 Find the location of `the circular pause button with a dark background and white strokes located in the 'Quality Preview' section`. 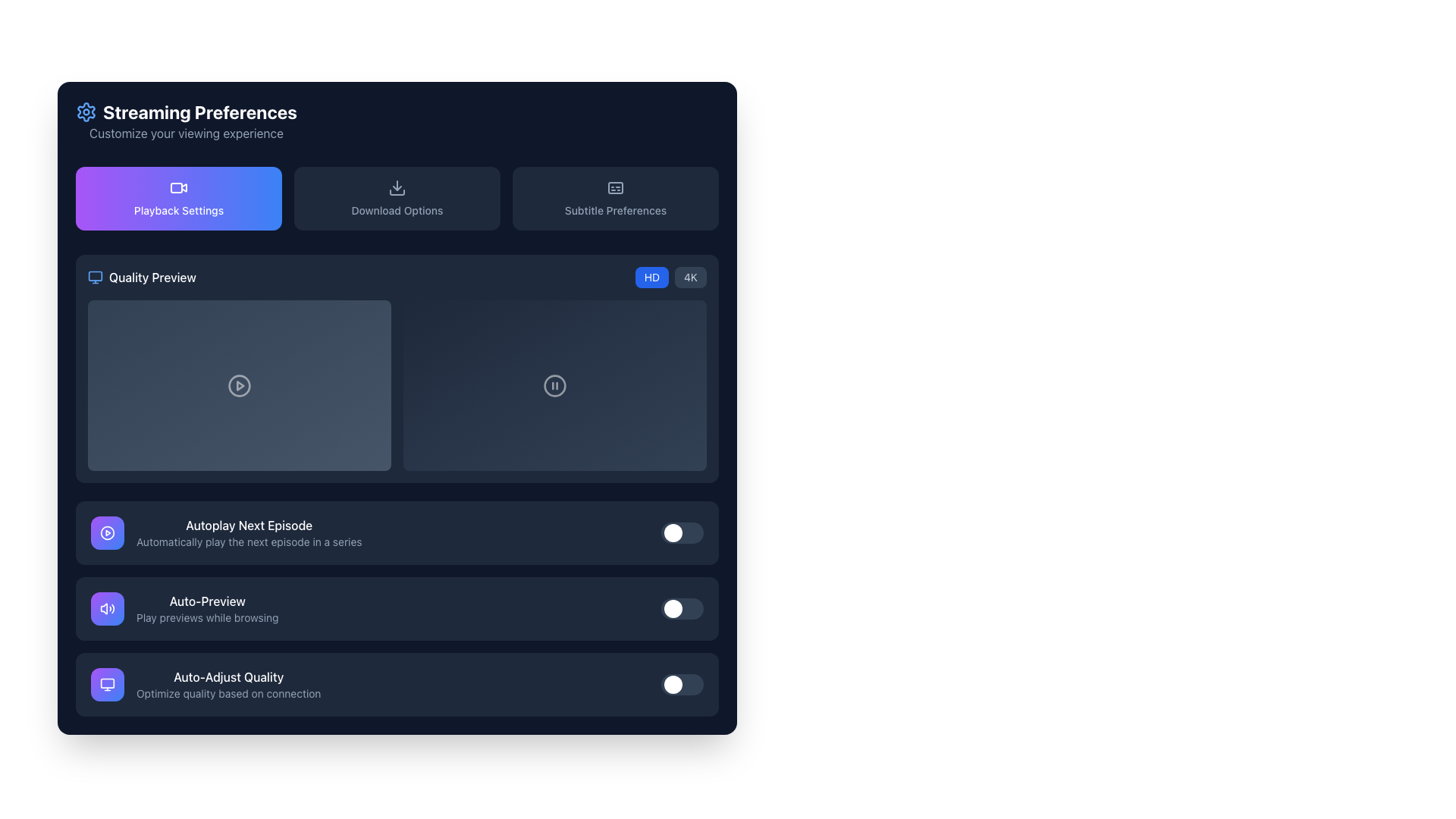

the circular pause button with a dark background and white strokes located in the 'Quality Preview' section is located at coordinates (554, 384).